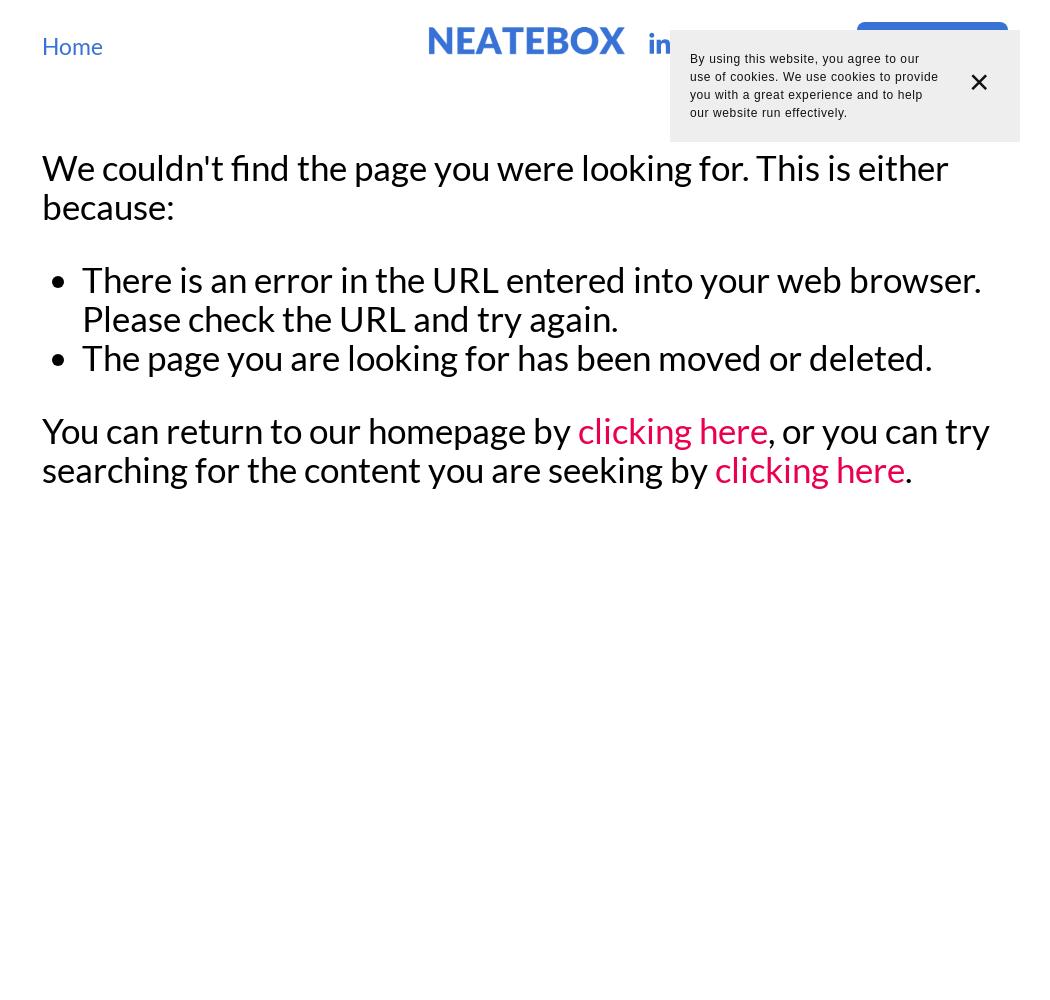 The height and width of the screenshot is (1000, 1050). Describe the element at coordinates (531, 298) in the screenshot. I see `'There is an error in the URL entered into your web browser. Please check the URL and try again.'` at that location.